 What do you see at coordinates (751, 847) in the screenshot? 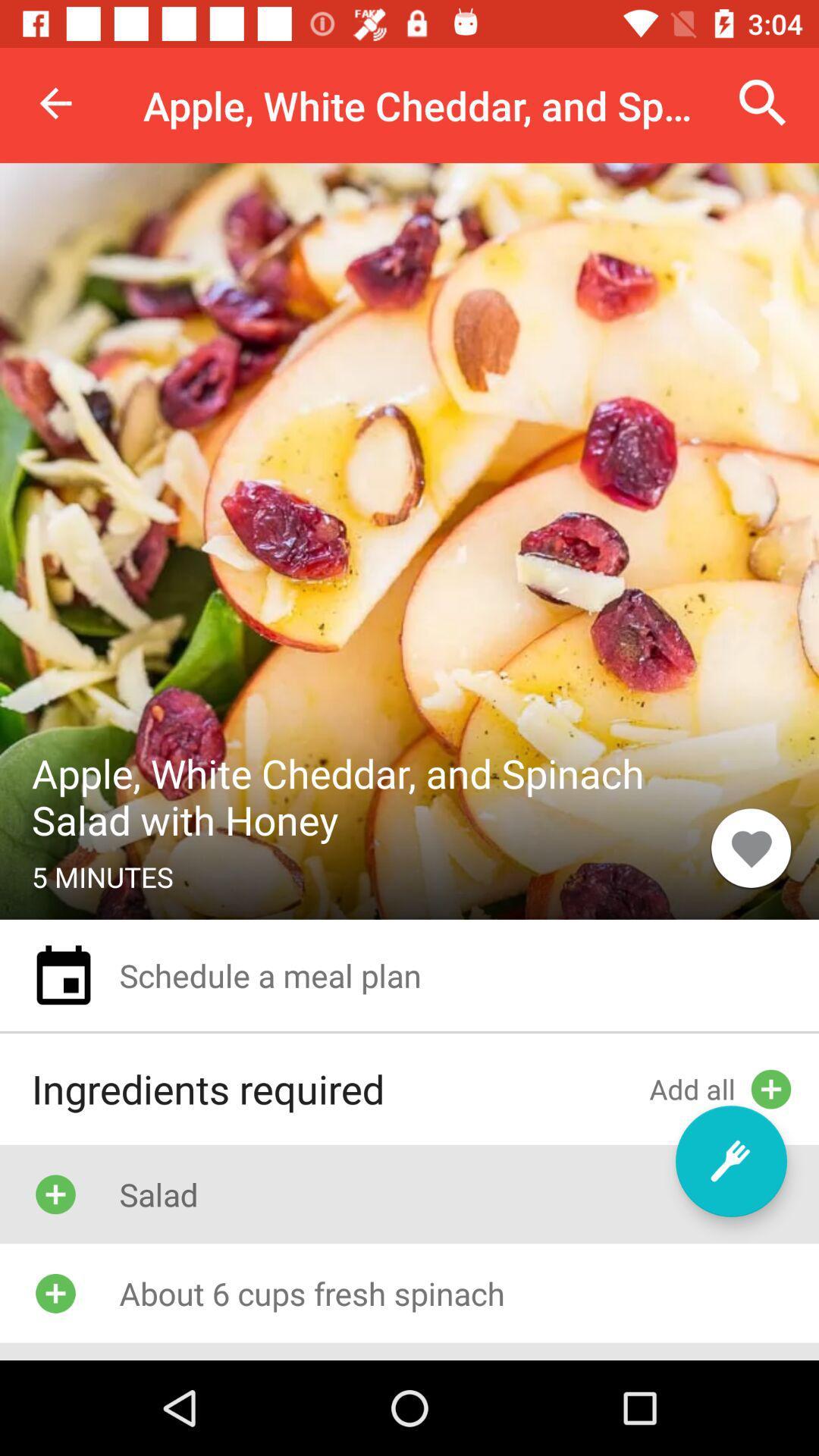
I see `the item next to apple white cheddar icon` at bounding box center [751, 847].